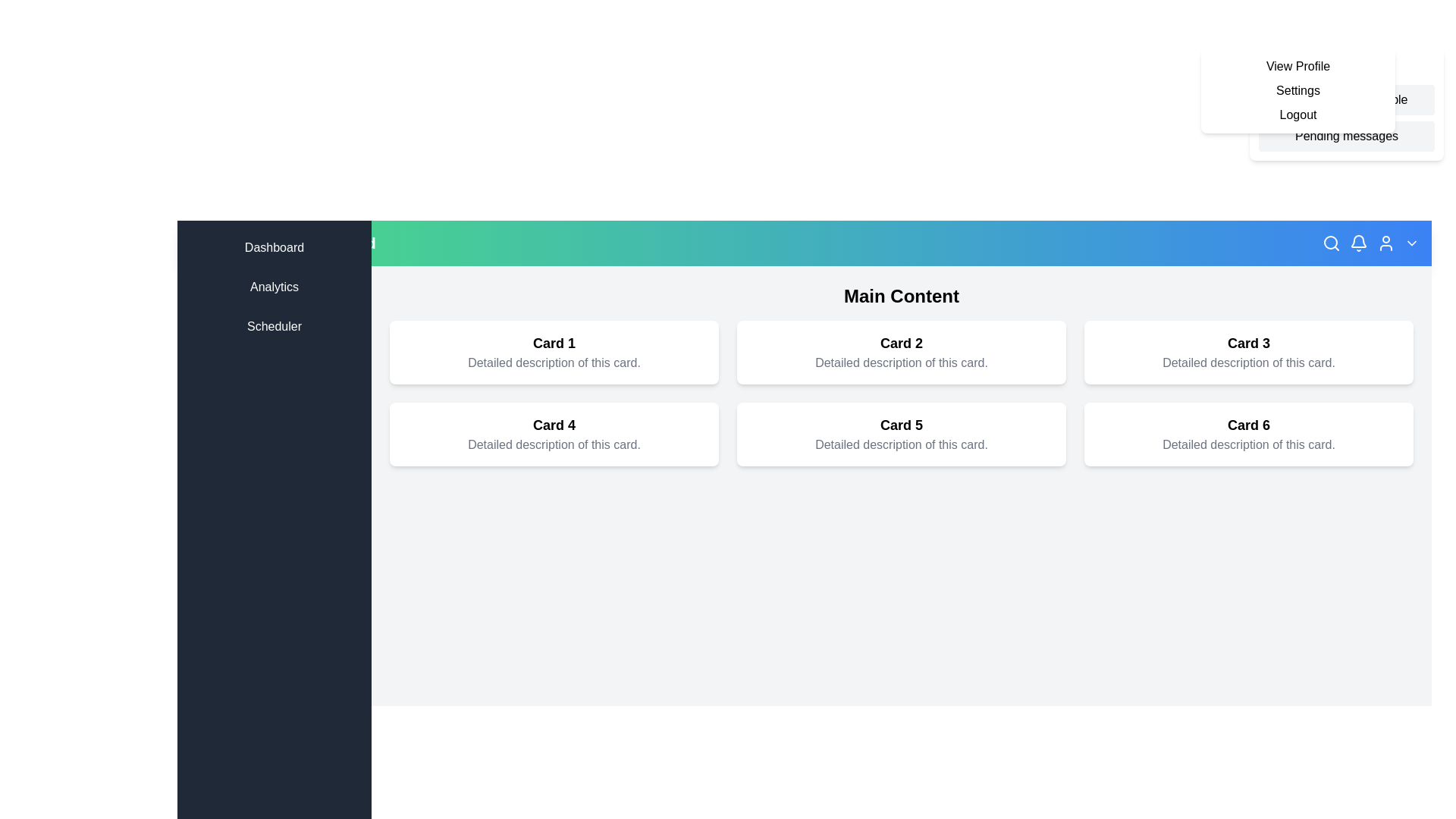 The image size is (1456, 819). I want to click on the descriptive text element located directly beneath the title 'Card 3' in the top-right card of the grid layout, so click(1248, 362).